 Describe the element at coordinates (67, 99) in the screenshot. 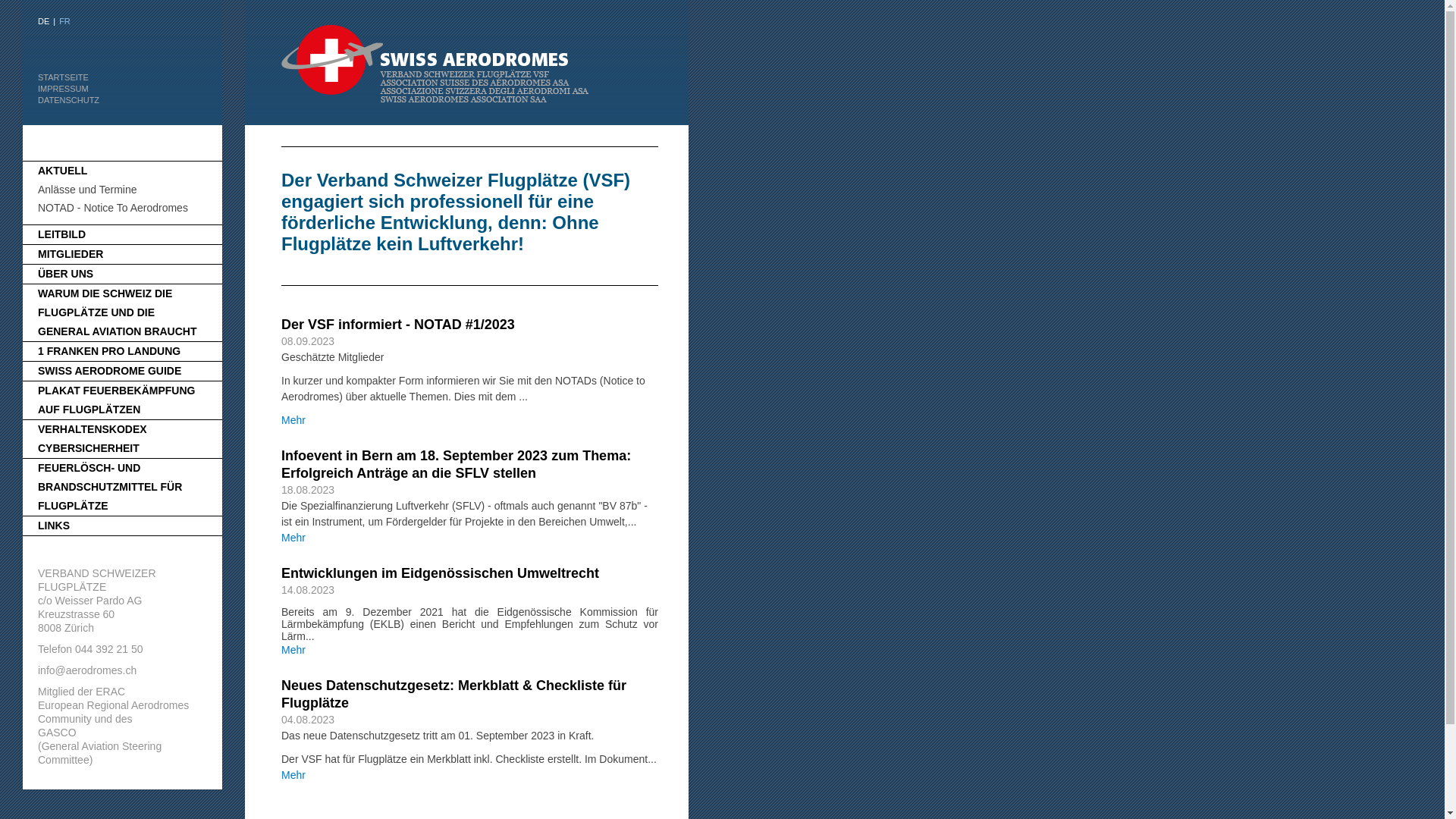

I see `'DATENSCHUTZ'` at that location.